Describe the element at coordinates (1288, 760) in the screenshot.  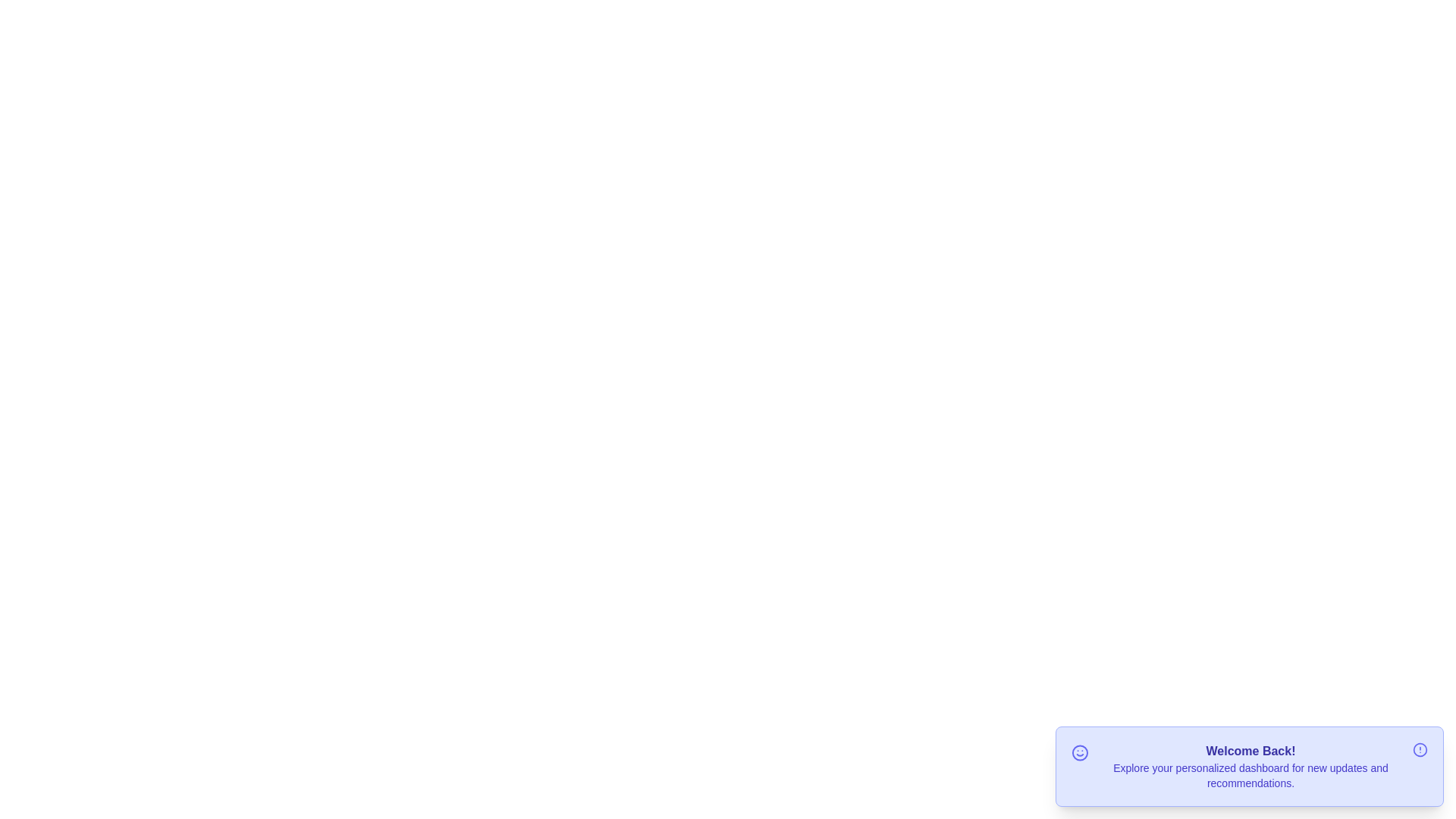
I see `the word 'new' within the notification text` at that location.